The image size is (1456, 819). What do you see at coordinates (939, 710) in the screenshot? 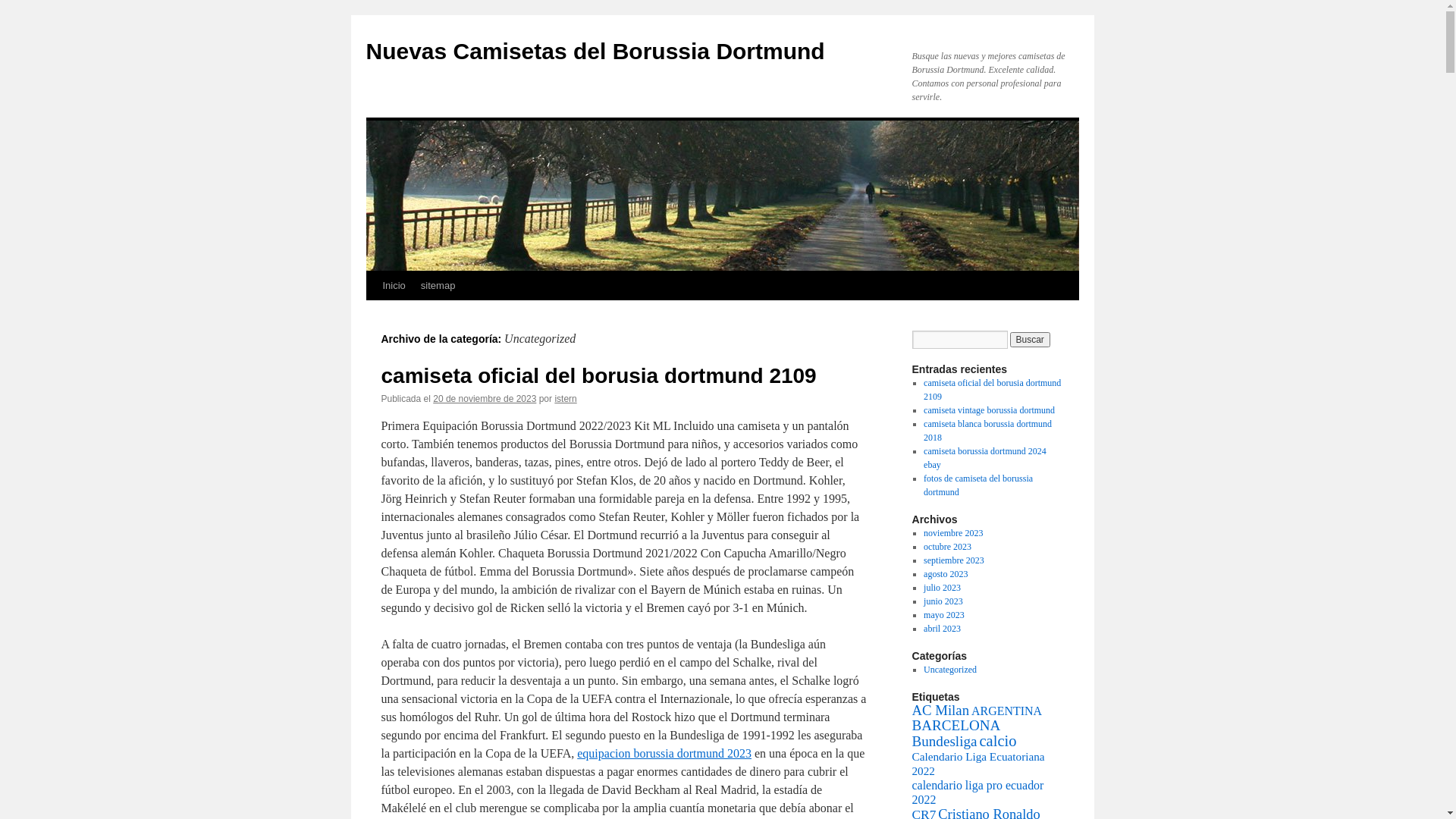
I see `'AC Milan'` at bounding box center [939, 710].